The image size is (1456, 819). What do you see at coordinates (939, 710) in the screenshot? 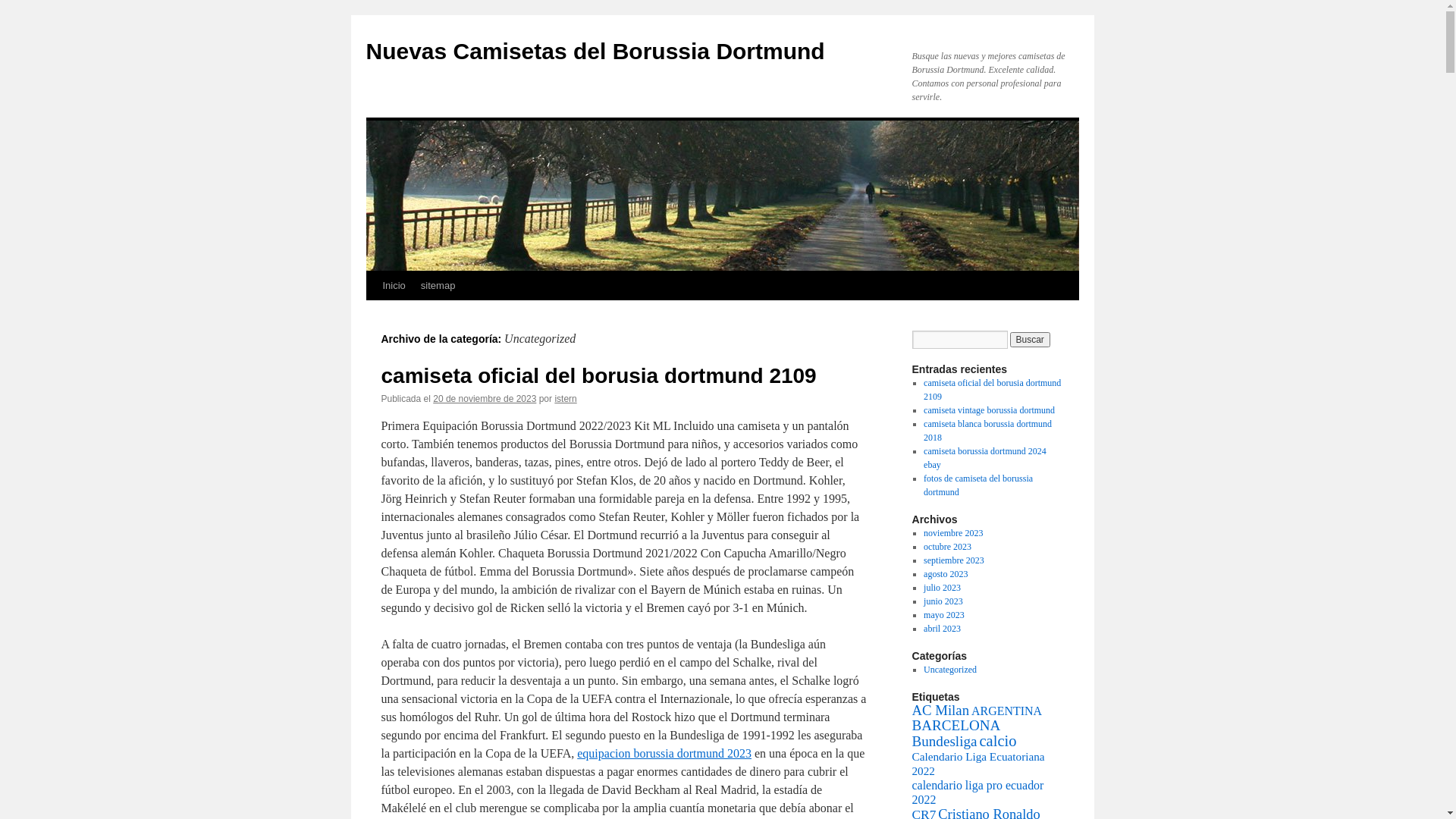
I see `'AC Milan'` at bounding box center [939, 710].